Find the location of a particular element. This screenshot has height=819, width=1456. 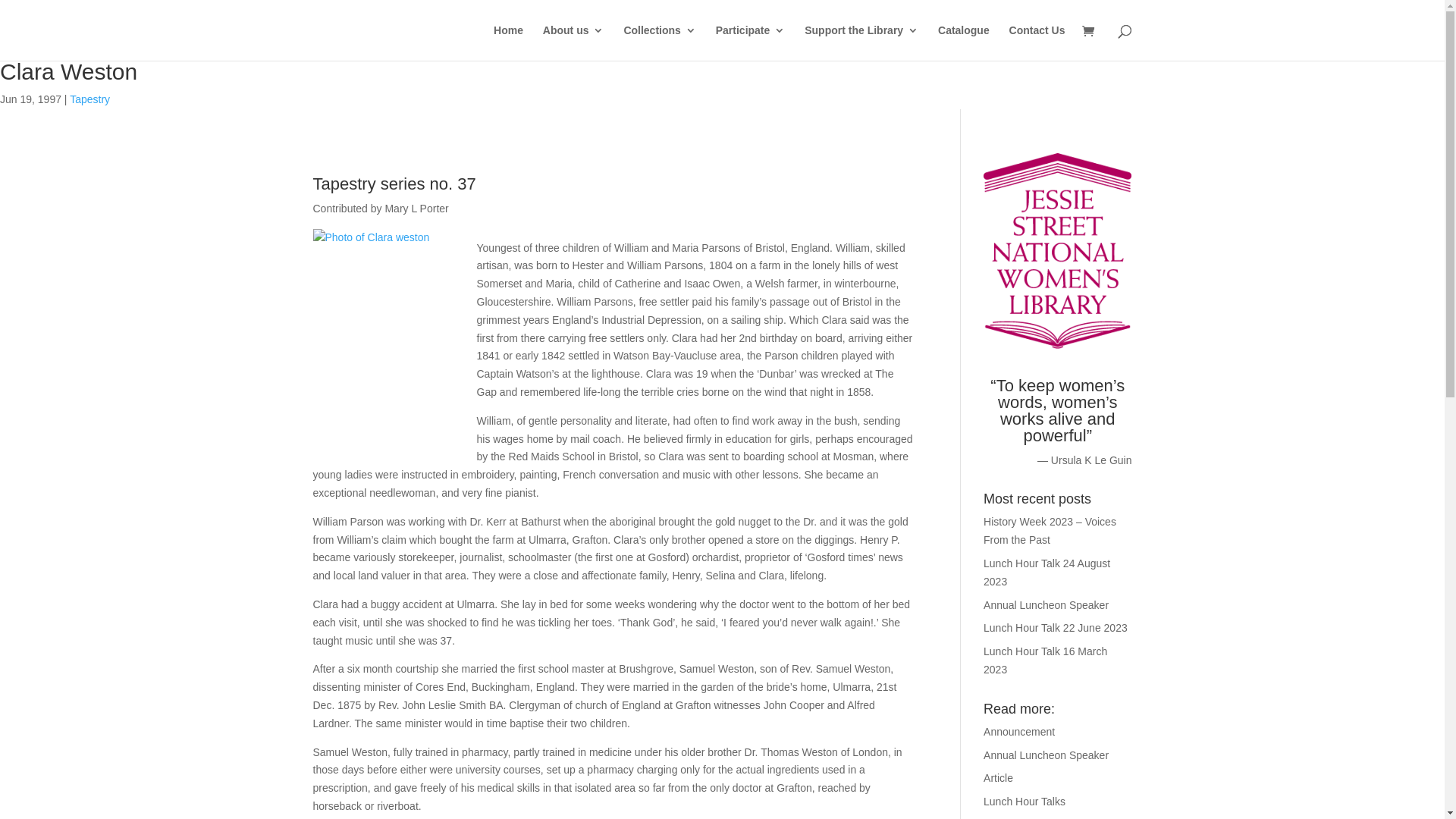

'Lunch Hour Talks' is located at coordinates (1024, 800).